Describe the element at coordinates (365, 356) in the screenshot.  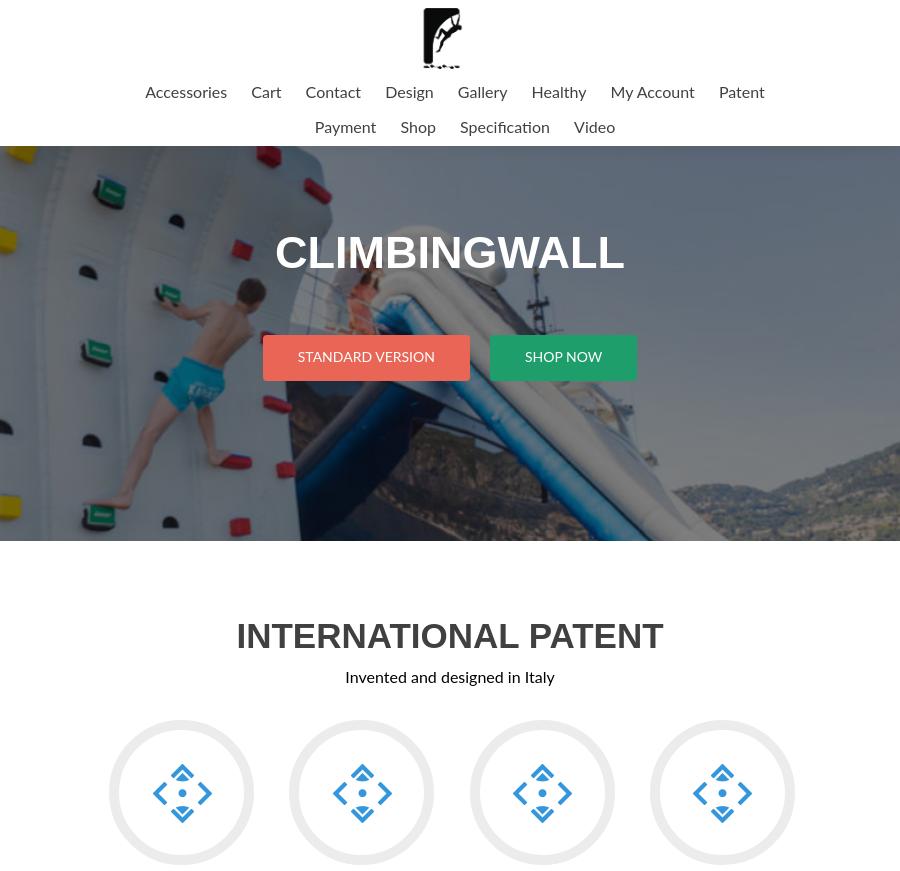
I see `'Standard Version'` at that location.